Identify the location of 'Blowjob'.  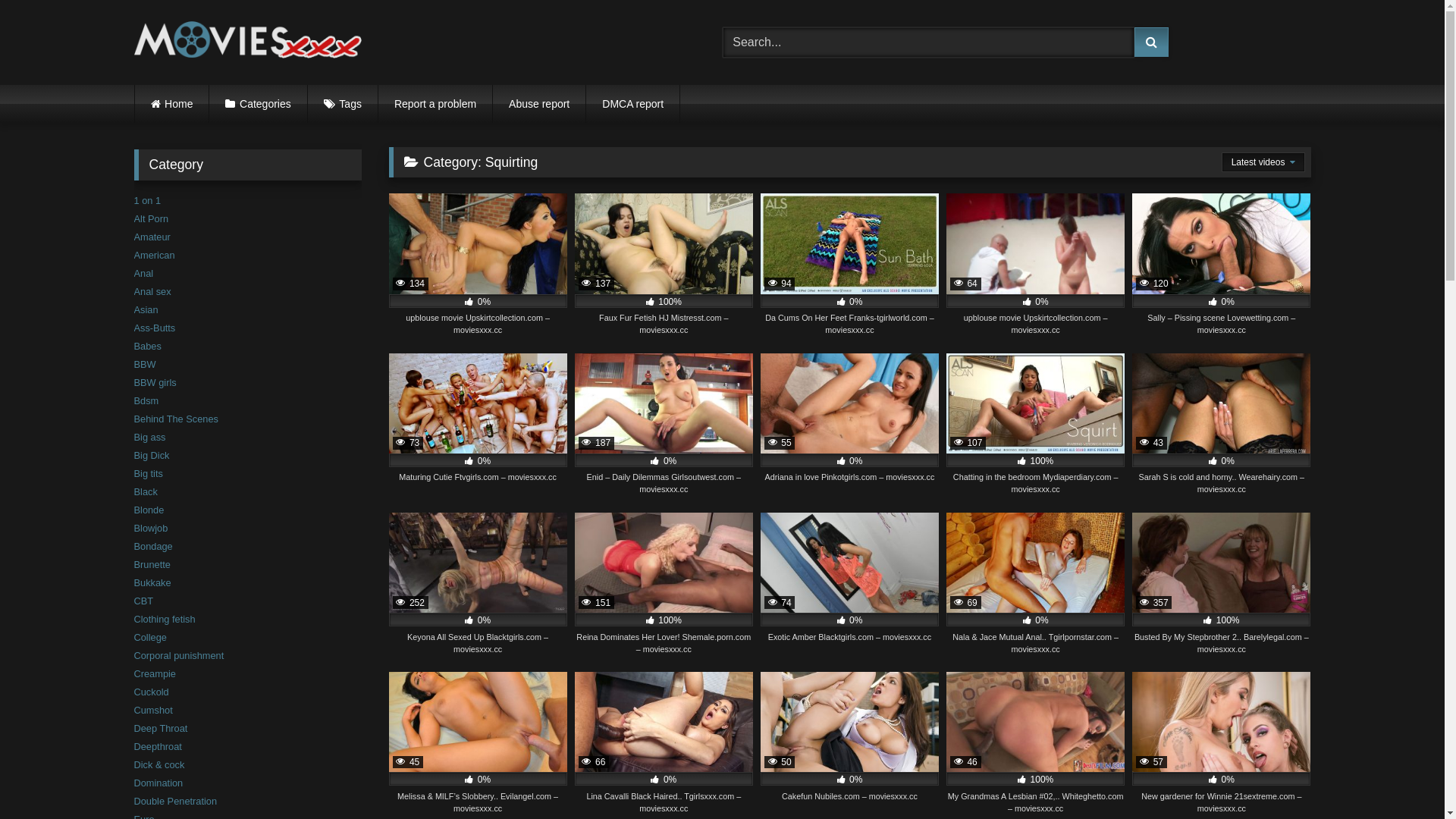
(133, 527).